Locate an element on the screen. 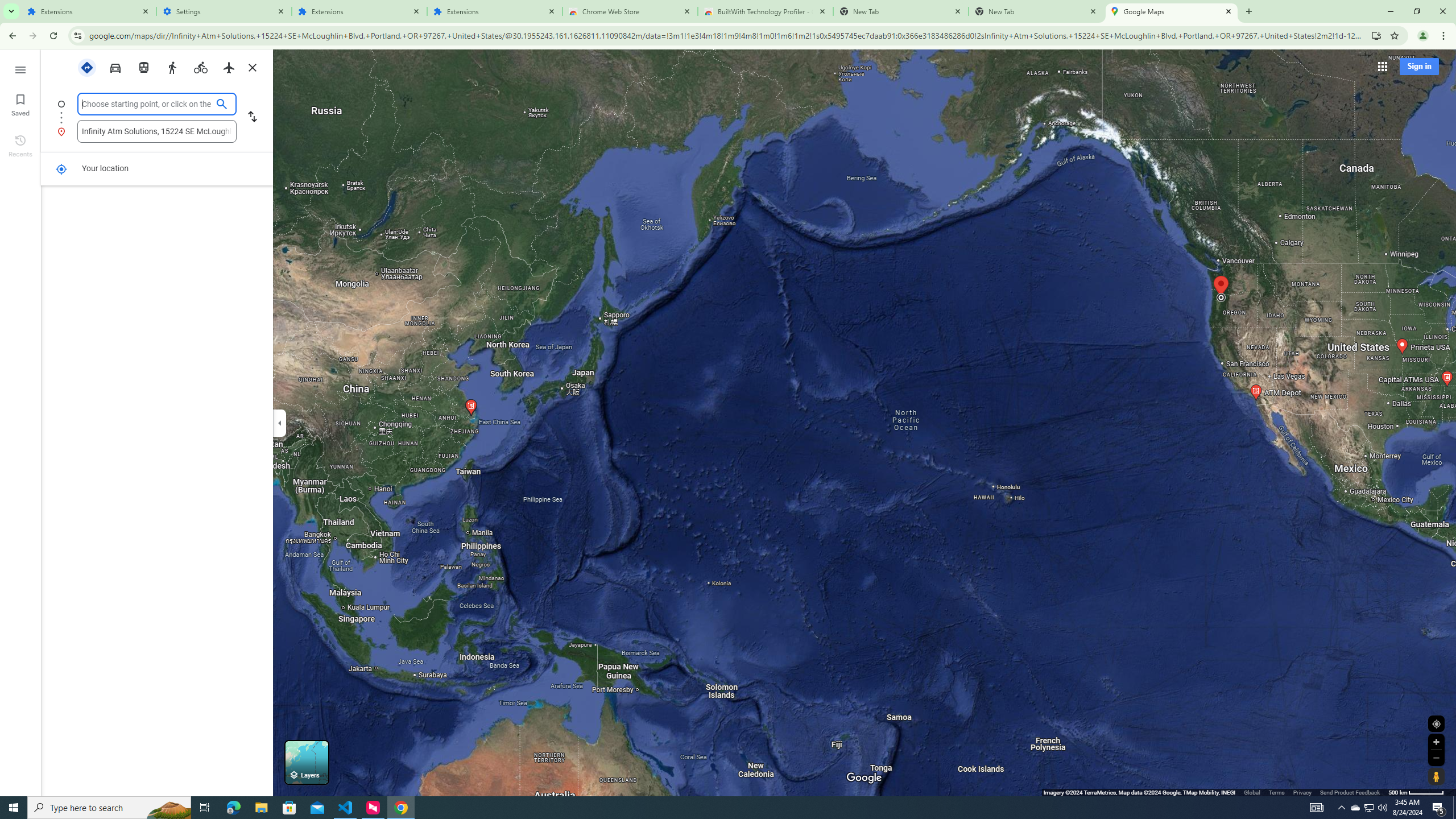 The width and height of the screenshot is (1456, 819). 'Menu' is located at coordinates (19, 68).